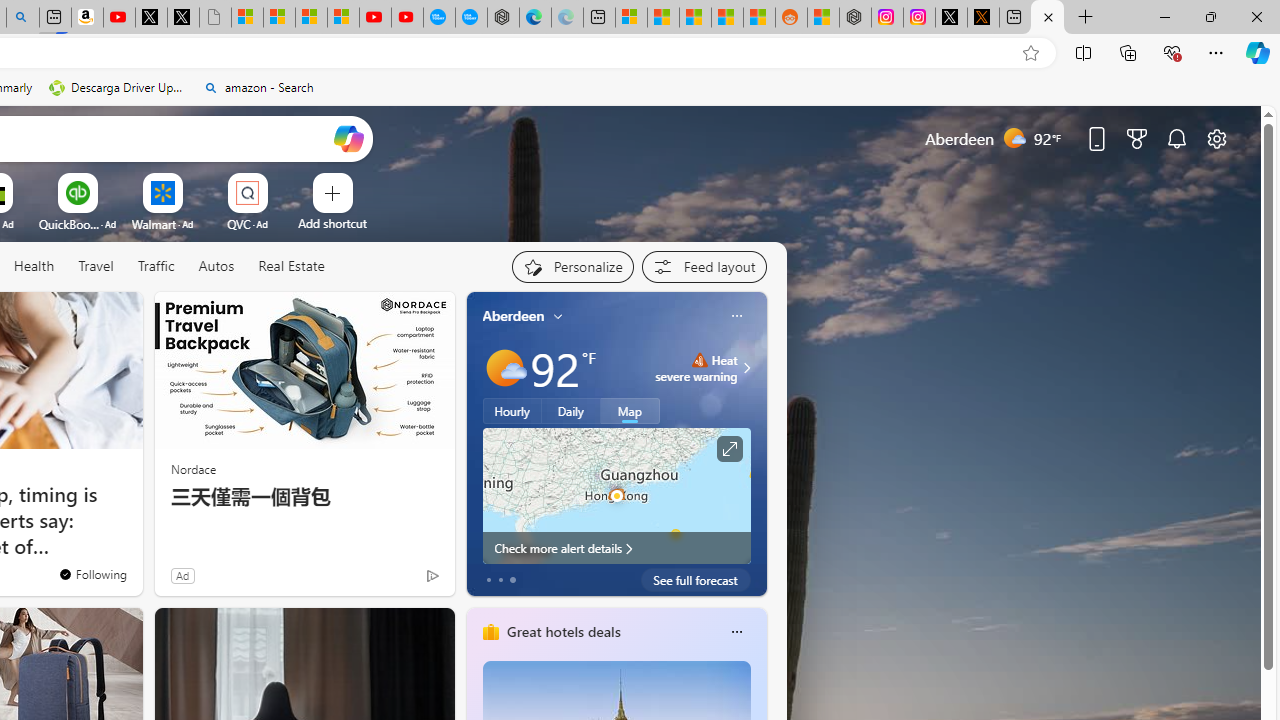 The width and height of the screenshot is (1280, 720). What do you see at coordinates (512, 410) in the screenshot?
I see `'Hourly'` at bounding box center [512, 410].